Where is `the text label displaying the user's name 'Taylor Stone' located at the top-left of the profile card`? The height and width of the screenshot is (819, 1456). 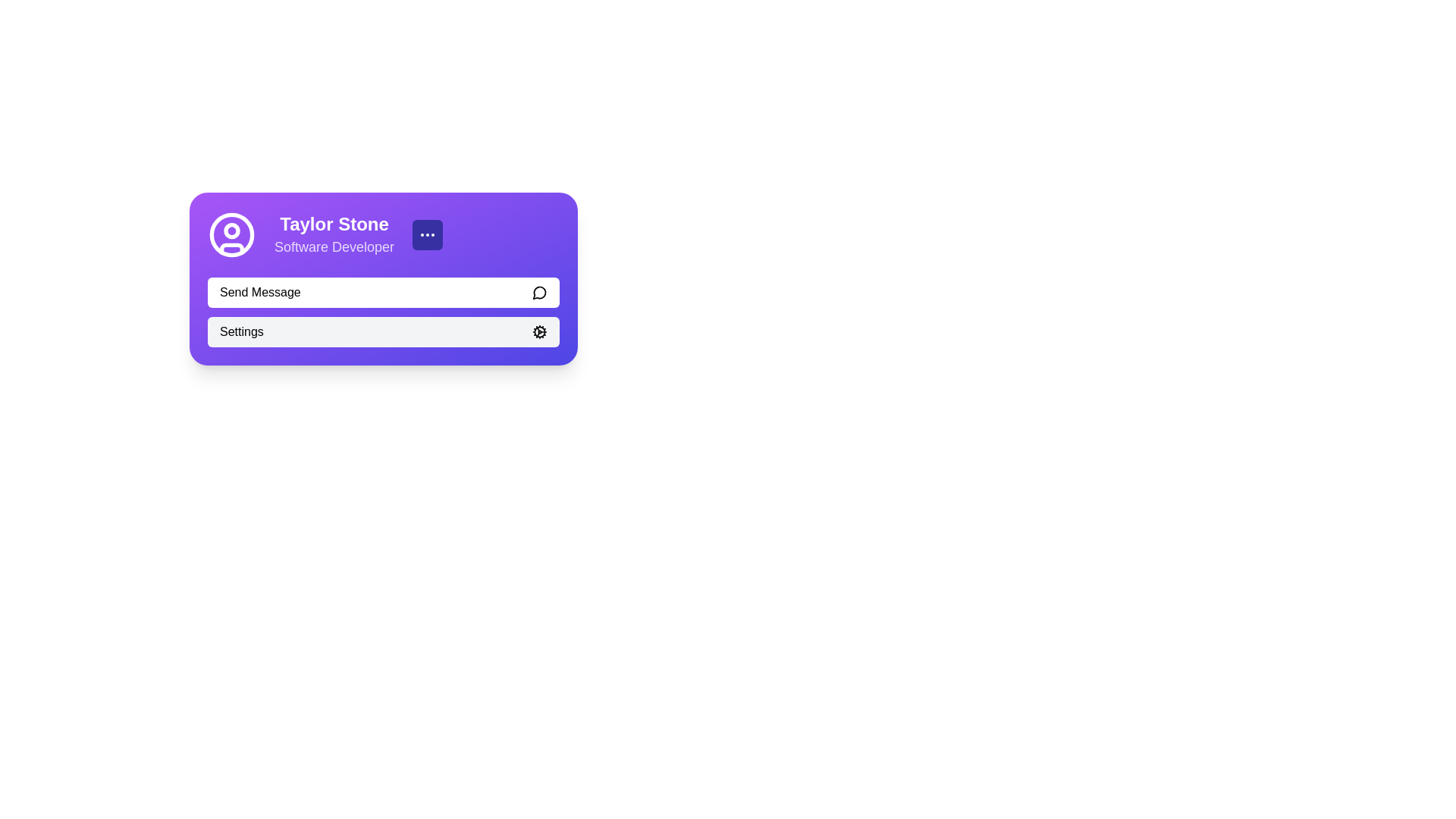 the text label displaying the user's name 'Taylor Stone' located at the top-left of the profile card is located at coordinates (334, 224).